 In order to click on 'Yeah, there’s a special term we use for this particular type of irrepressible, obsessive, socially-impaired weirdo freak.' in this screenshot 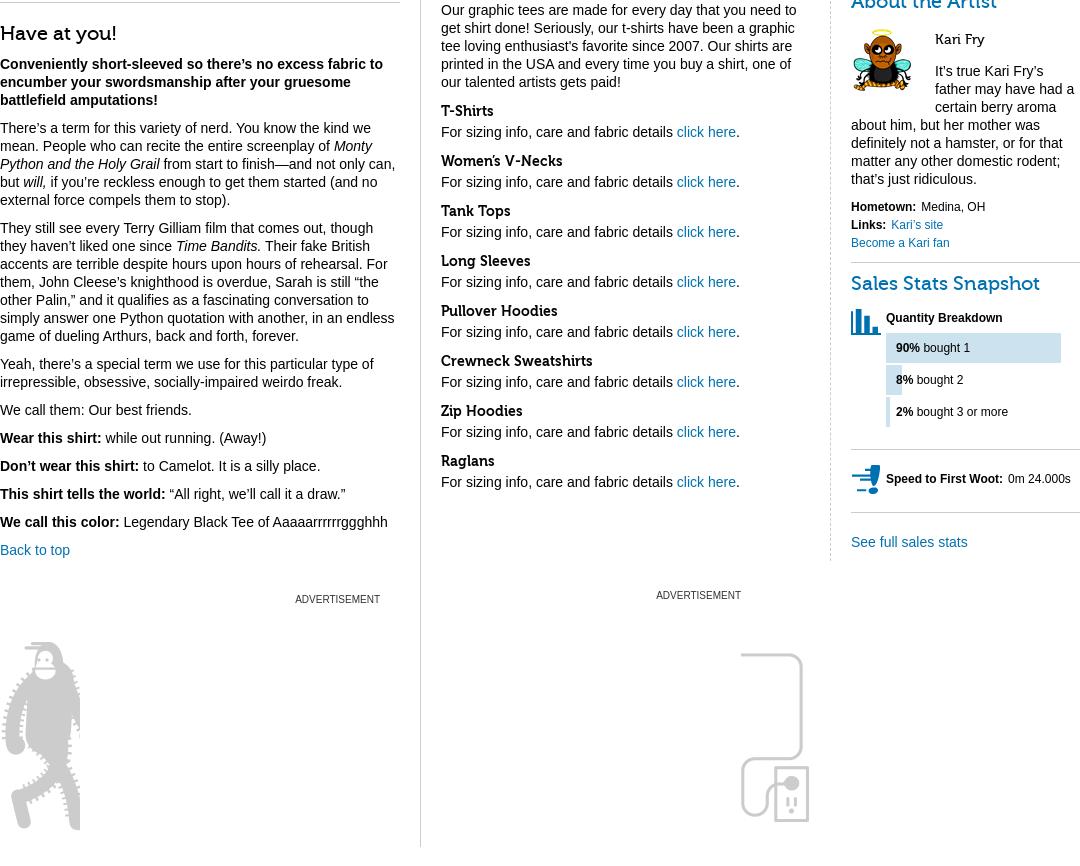, I will do `click(186, 371)`.